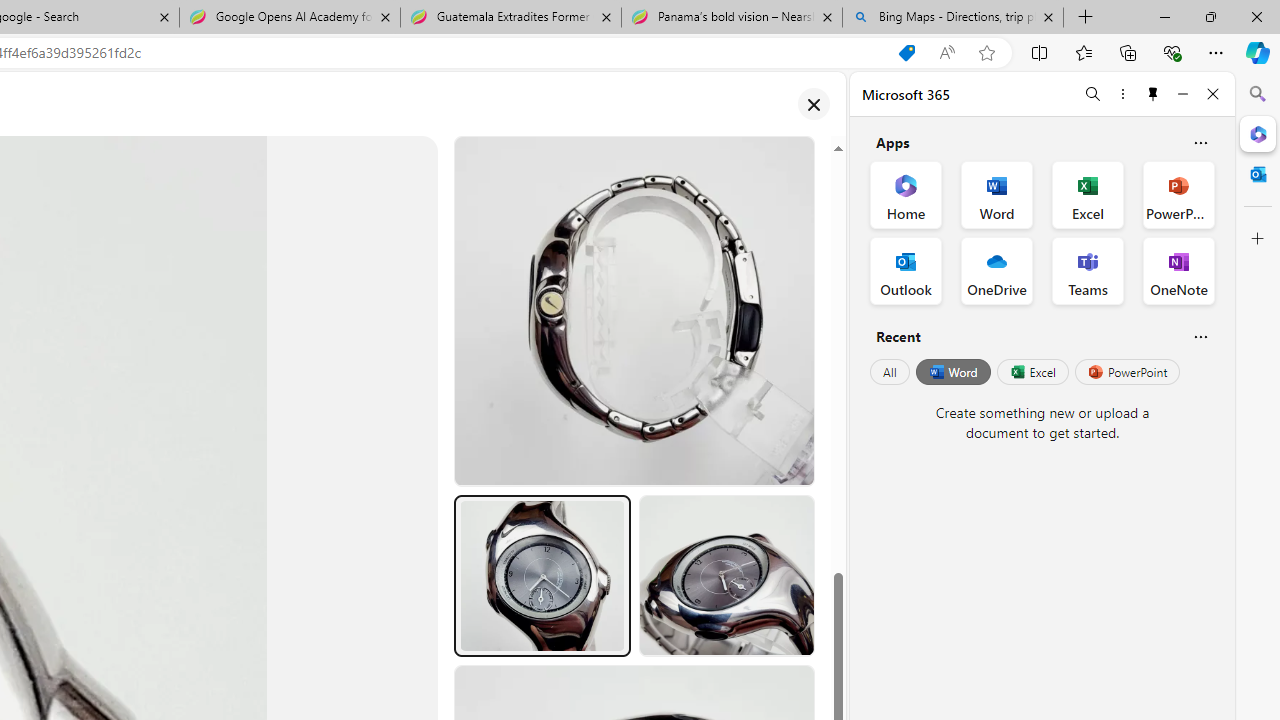 Image resolution: width=1280 pixels, height=720 pixels. What do you see at coordinates (905, 195) in the screenshot?
I see `'Home Office App'` at bounding box center [905, 195].